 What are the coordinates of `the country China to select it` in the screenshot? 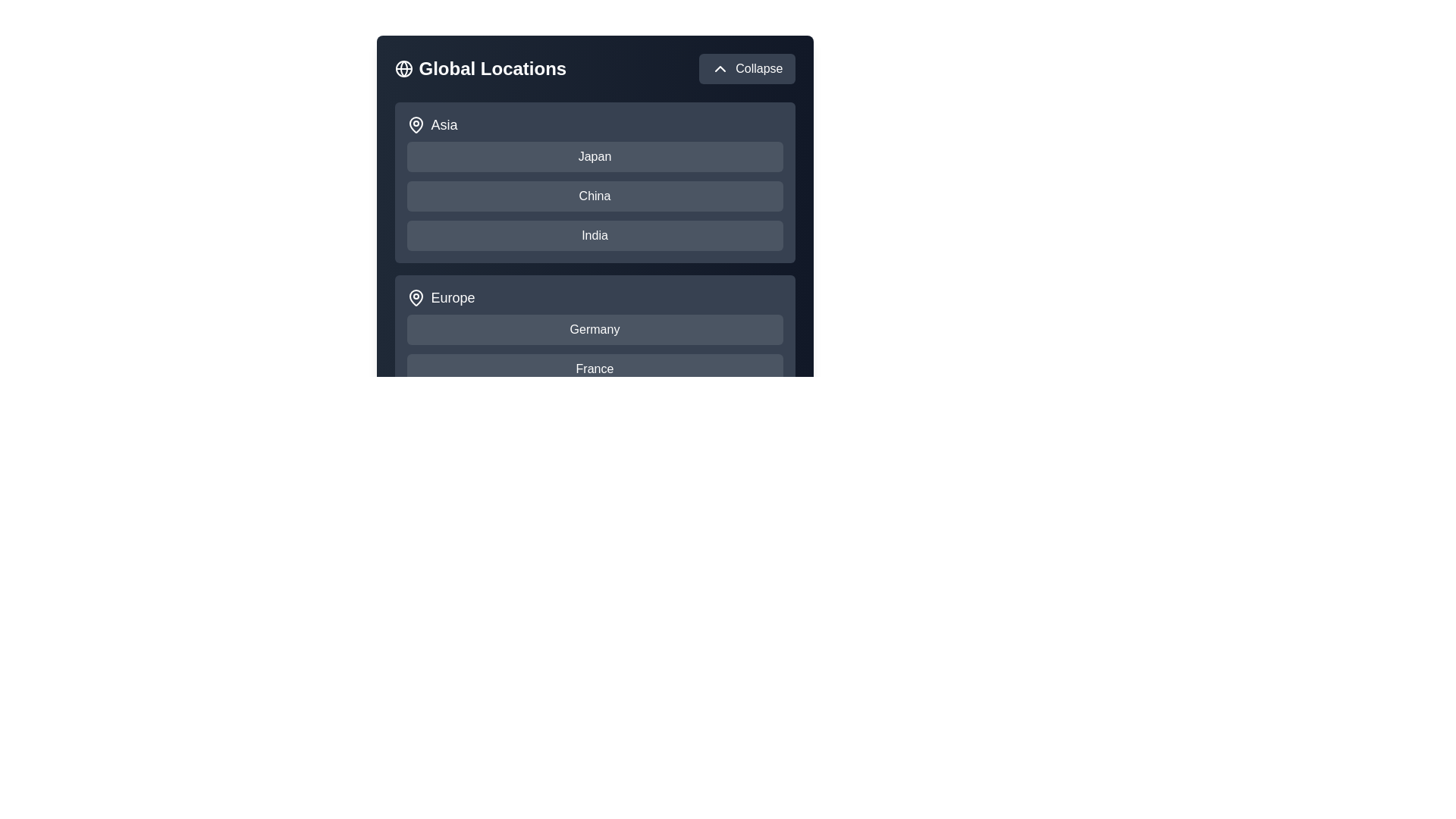 It's located at (594, 195).